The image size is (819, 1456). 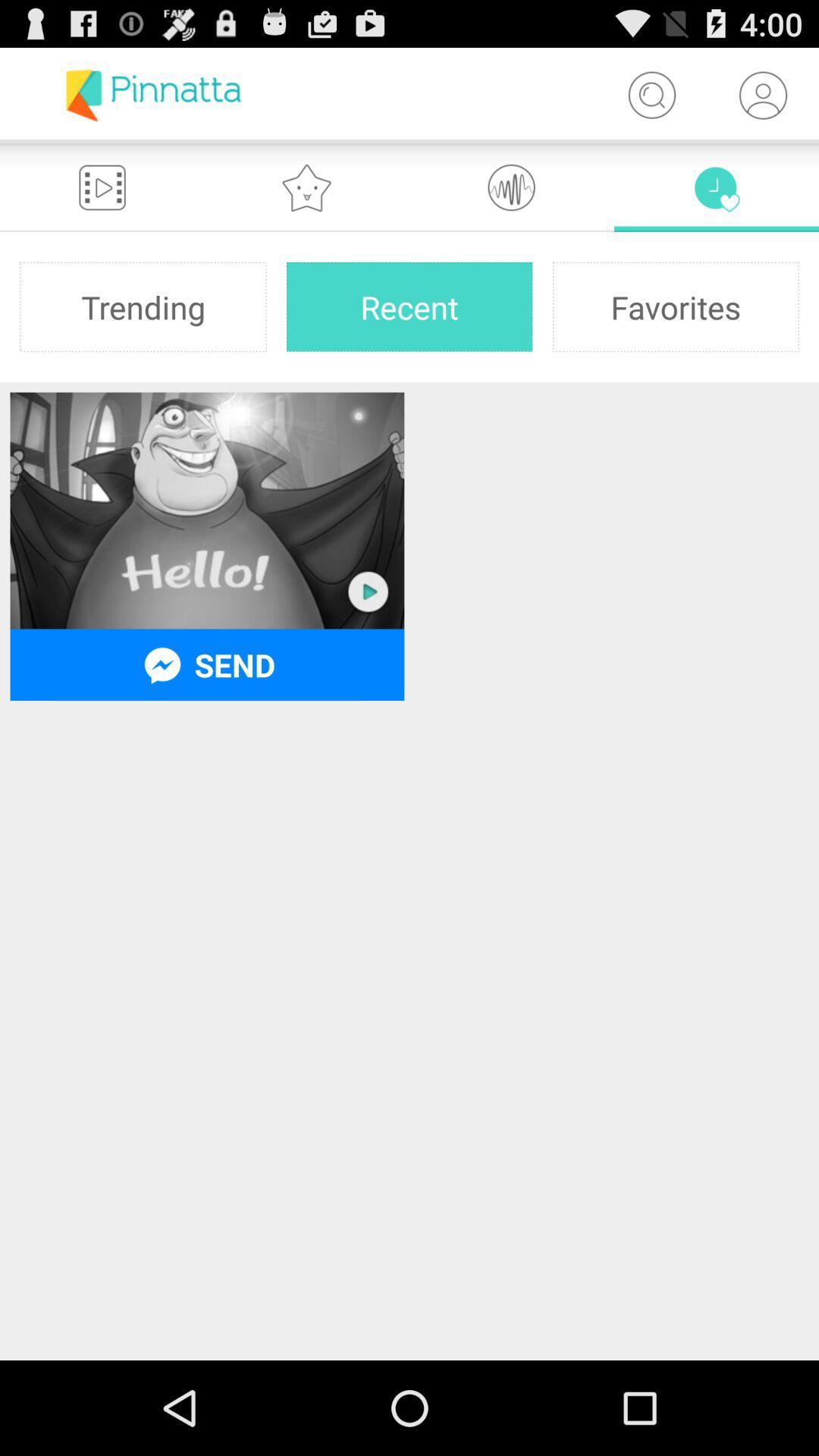 I want to click on the swap icon, so click(x=512, y=199).